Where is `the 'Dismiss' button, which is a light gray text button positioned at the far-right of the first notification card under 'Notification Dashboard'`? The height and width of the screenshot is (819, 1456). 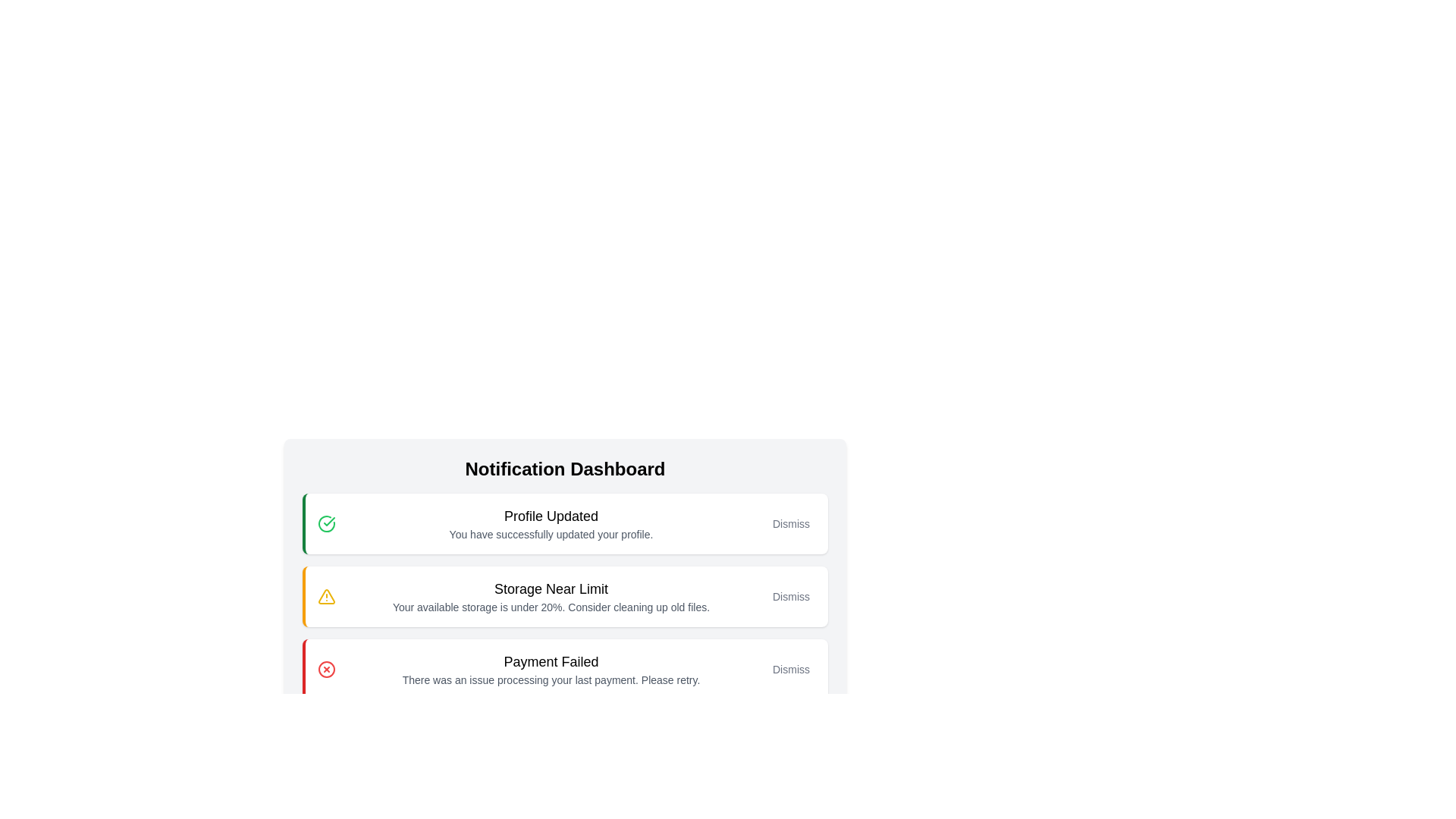
the 'Dismiss' button, which is a light gray text button positioned at the far-right of the first notification card under 'Notification Dashboard' is located at coordinates (790, 522).